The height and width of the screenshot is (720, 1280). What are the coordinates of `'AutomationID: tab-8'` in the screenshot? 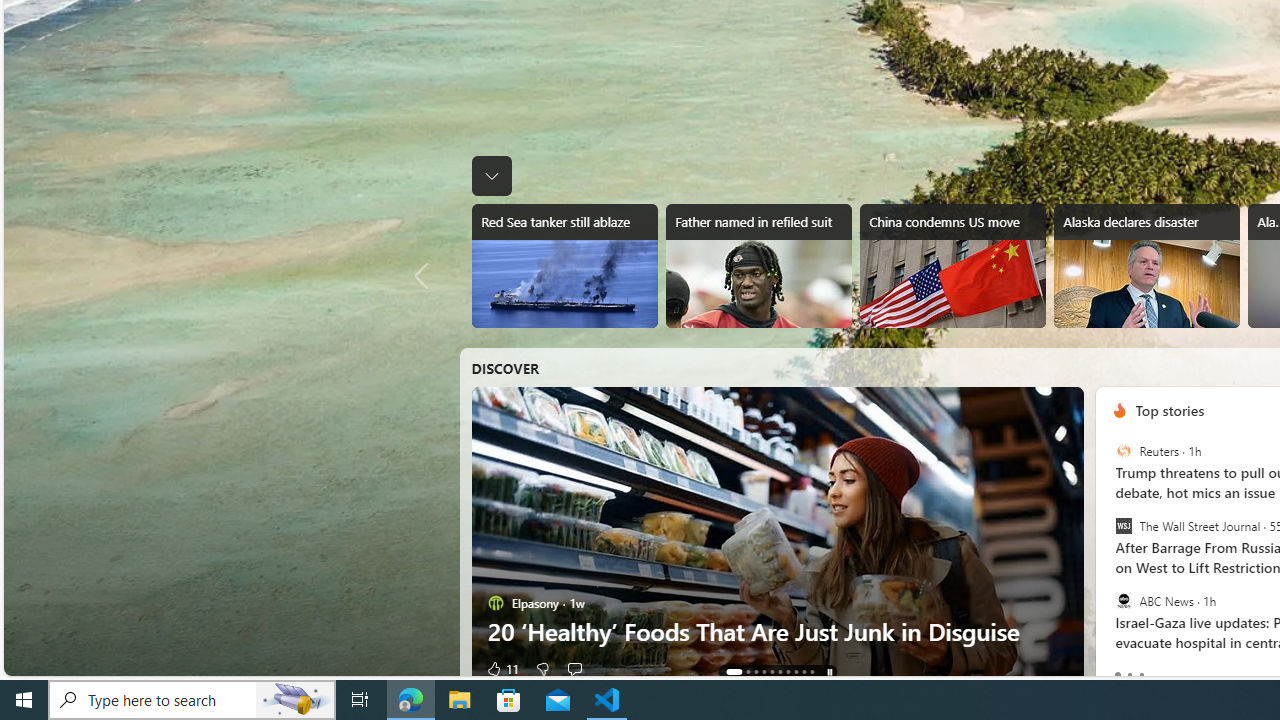 It's located at (803, 672).